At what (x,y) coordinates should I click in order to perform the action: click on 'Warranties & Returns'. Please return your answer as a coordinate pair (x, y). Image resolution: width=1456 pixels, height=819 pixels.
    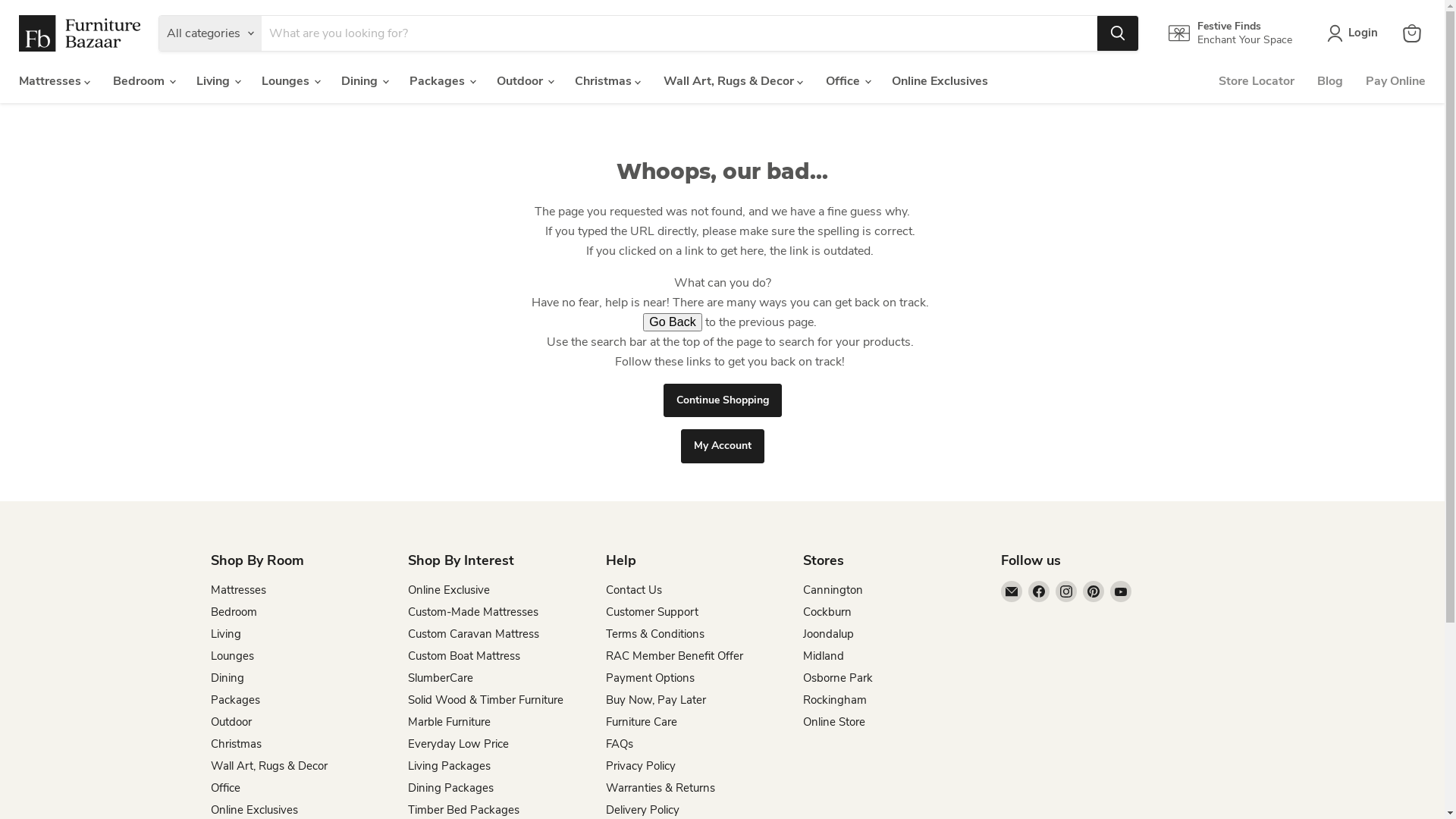
    Looking at the image, I should click on (659, 786).